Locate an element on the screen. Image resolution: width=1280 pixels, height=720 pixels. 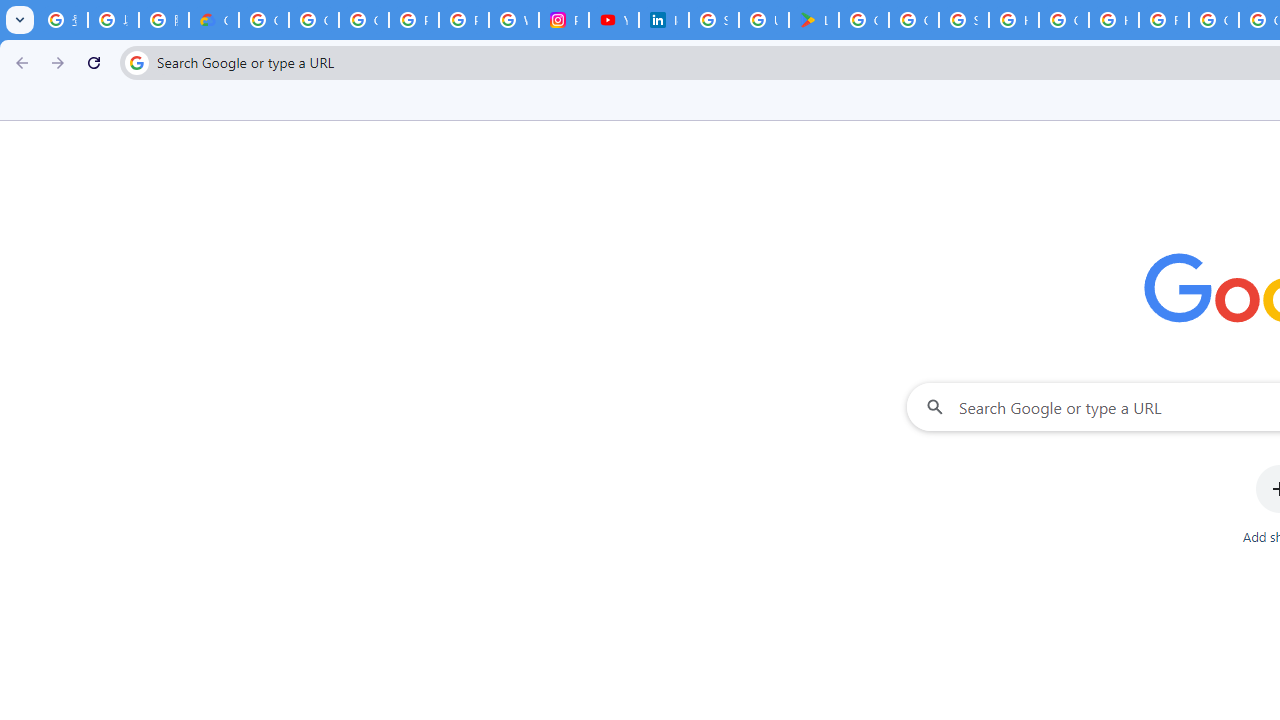
'Last Shelter: Survival - Apps on Google Play' is located at coordinates (813, 20).